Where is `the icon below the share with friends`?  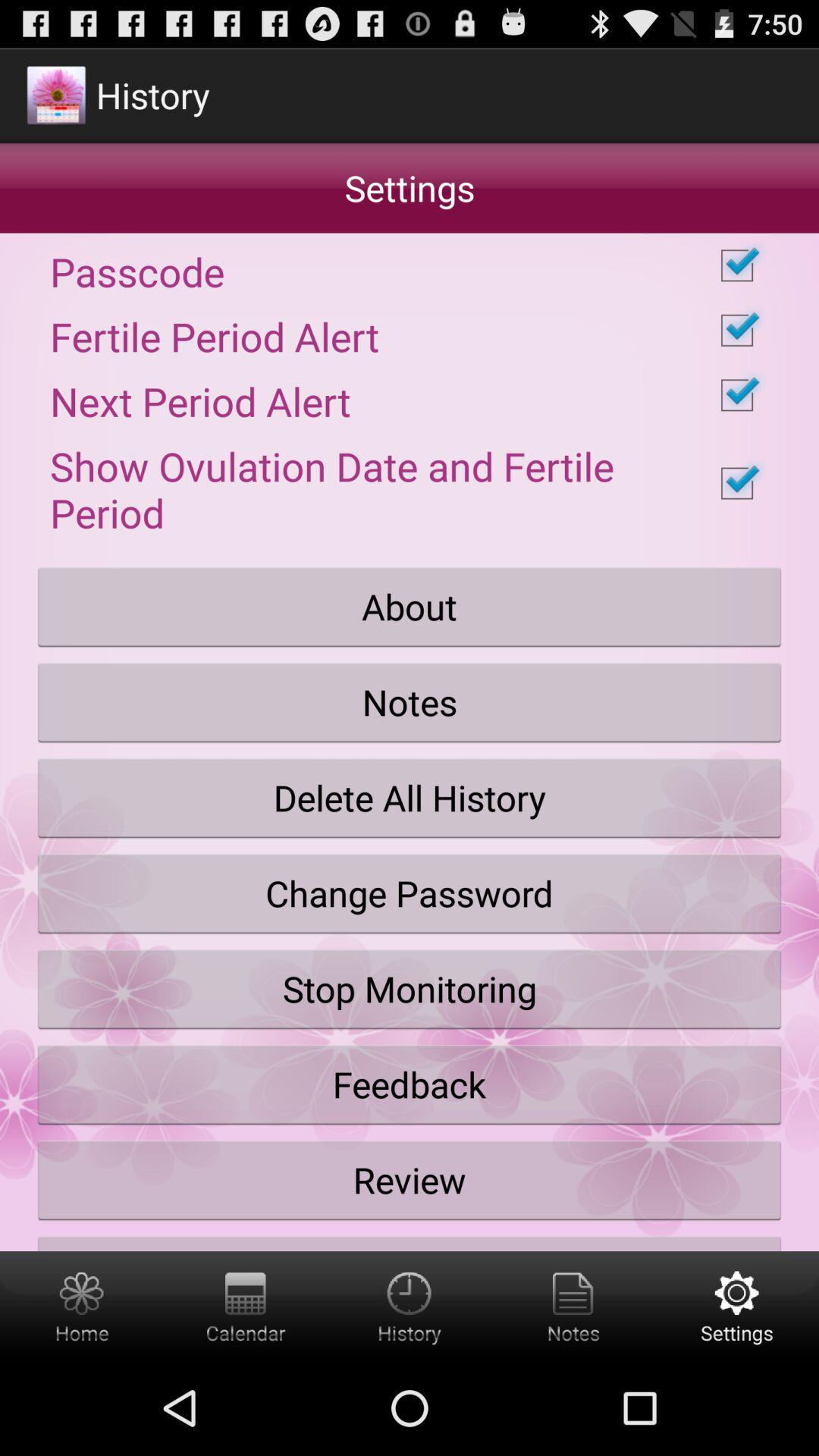 the icon below the share with friends is located at coordinates (245, 1305).